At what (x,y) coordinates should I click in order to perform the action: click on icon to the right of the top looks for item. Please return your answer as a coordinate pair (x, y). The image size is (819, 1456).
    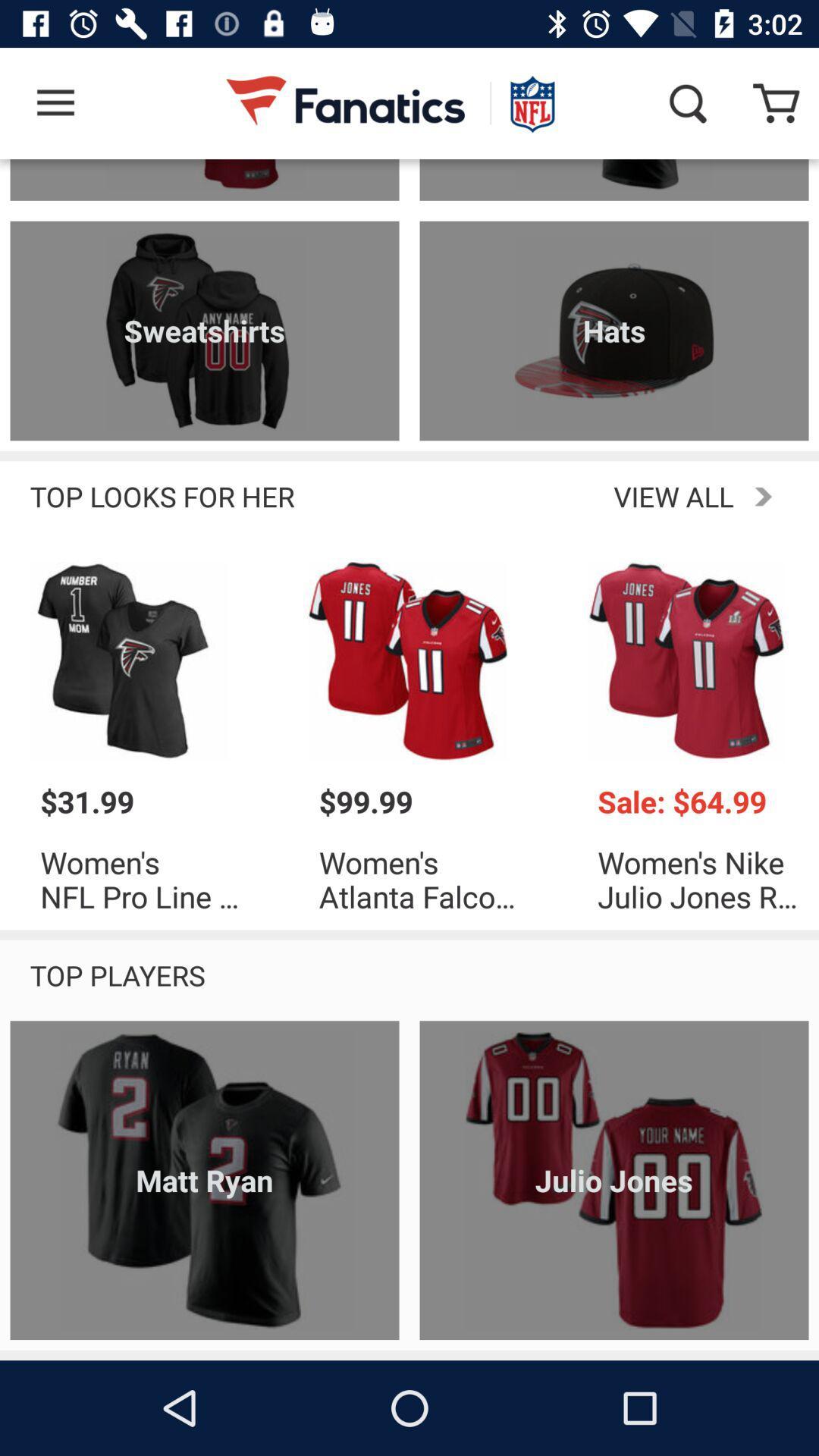
    Looking at the image, I should click on (551, 496).